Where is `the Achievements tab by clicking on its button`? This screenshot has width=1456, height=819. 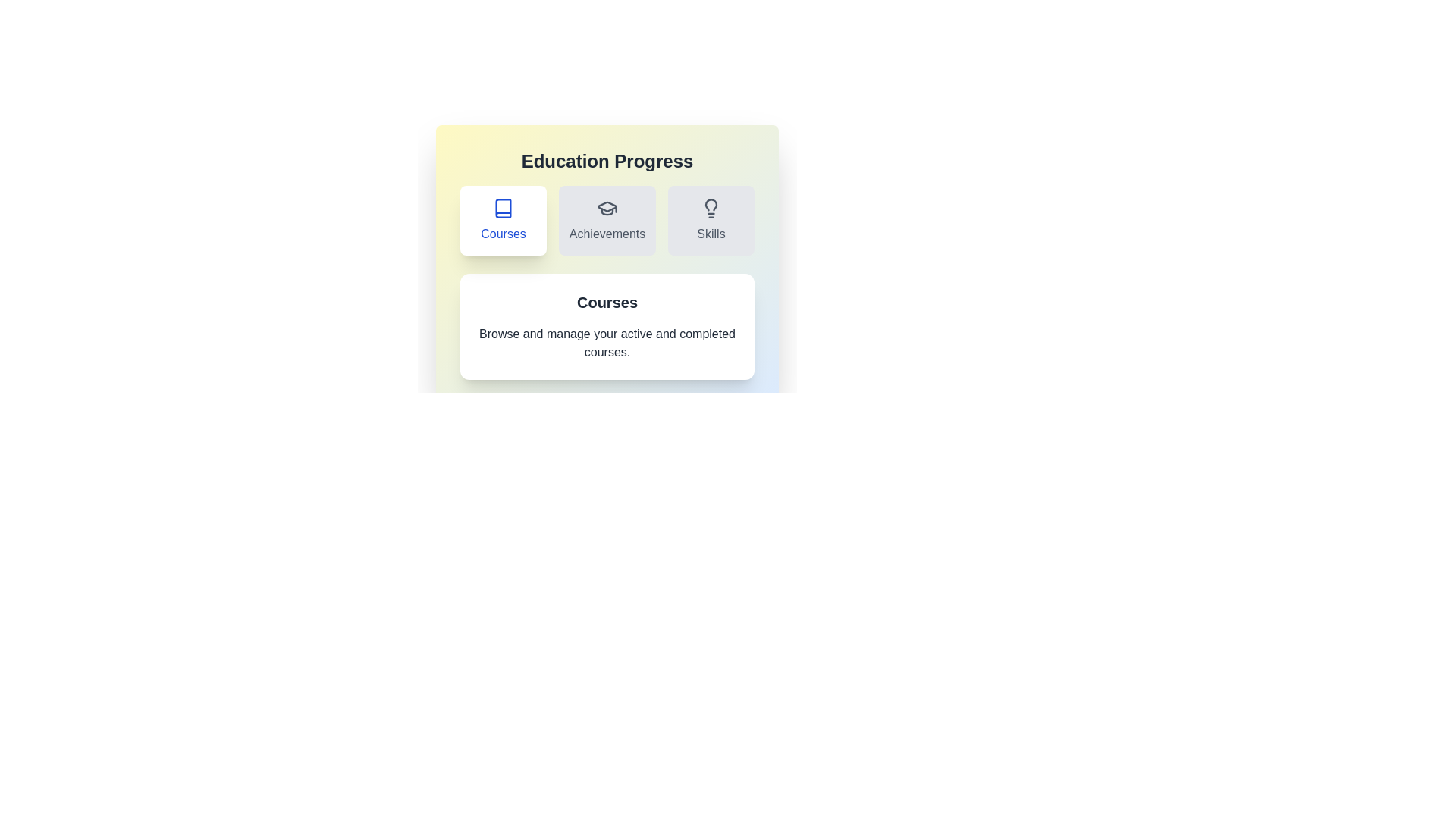 the Achievements tab by clicking on its button is located at coordinates (607, 220).